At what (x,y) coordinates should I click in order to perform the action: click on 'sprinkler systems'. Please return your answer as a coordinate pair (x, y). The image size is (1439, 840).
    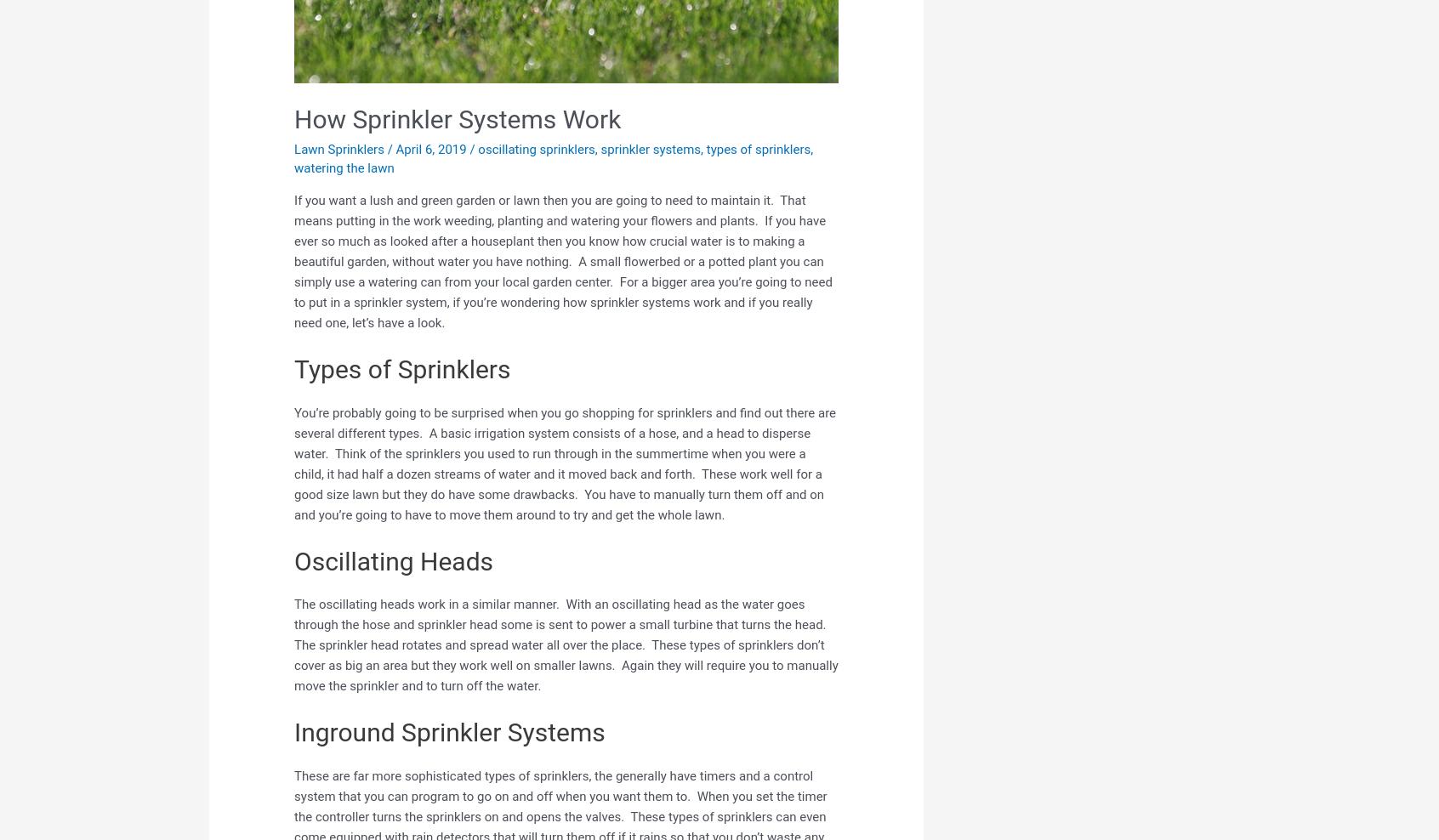
    Looking at the image, I should click on (649, 147).